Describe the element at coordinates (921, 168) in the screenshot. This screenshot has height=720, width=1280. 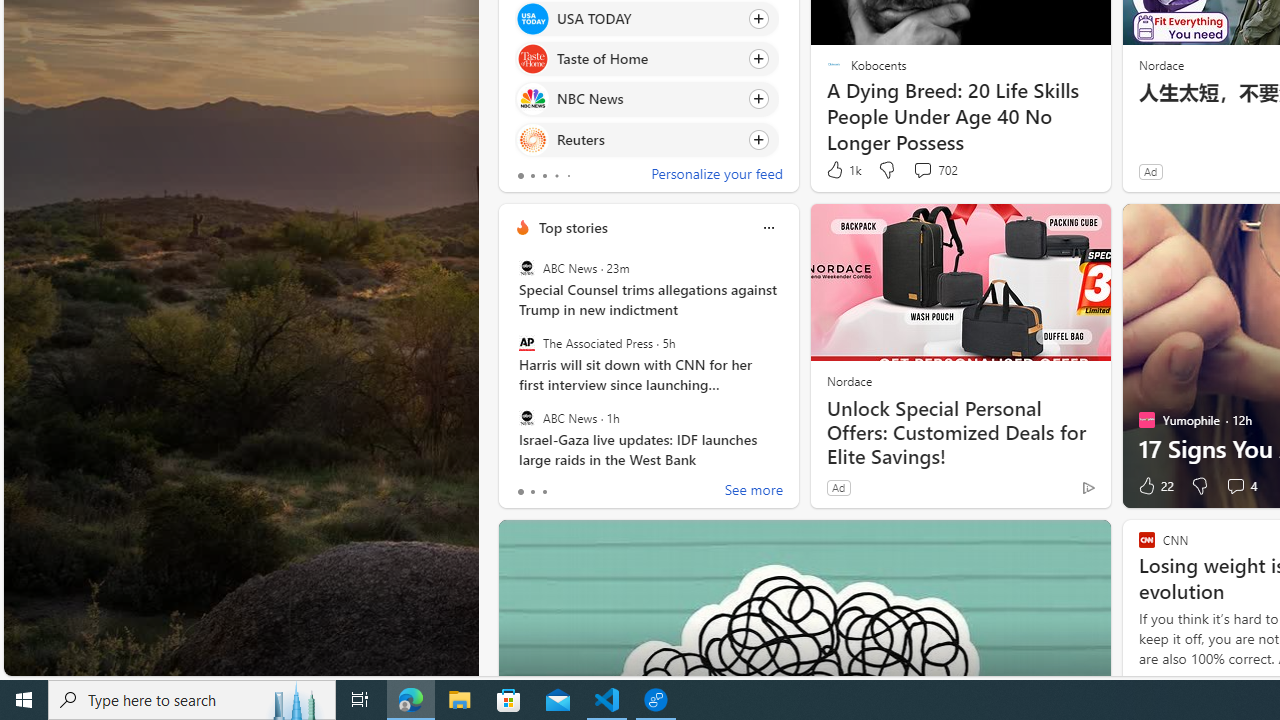
I see `'View comments 702 Comment'` at that location.